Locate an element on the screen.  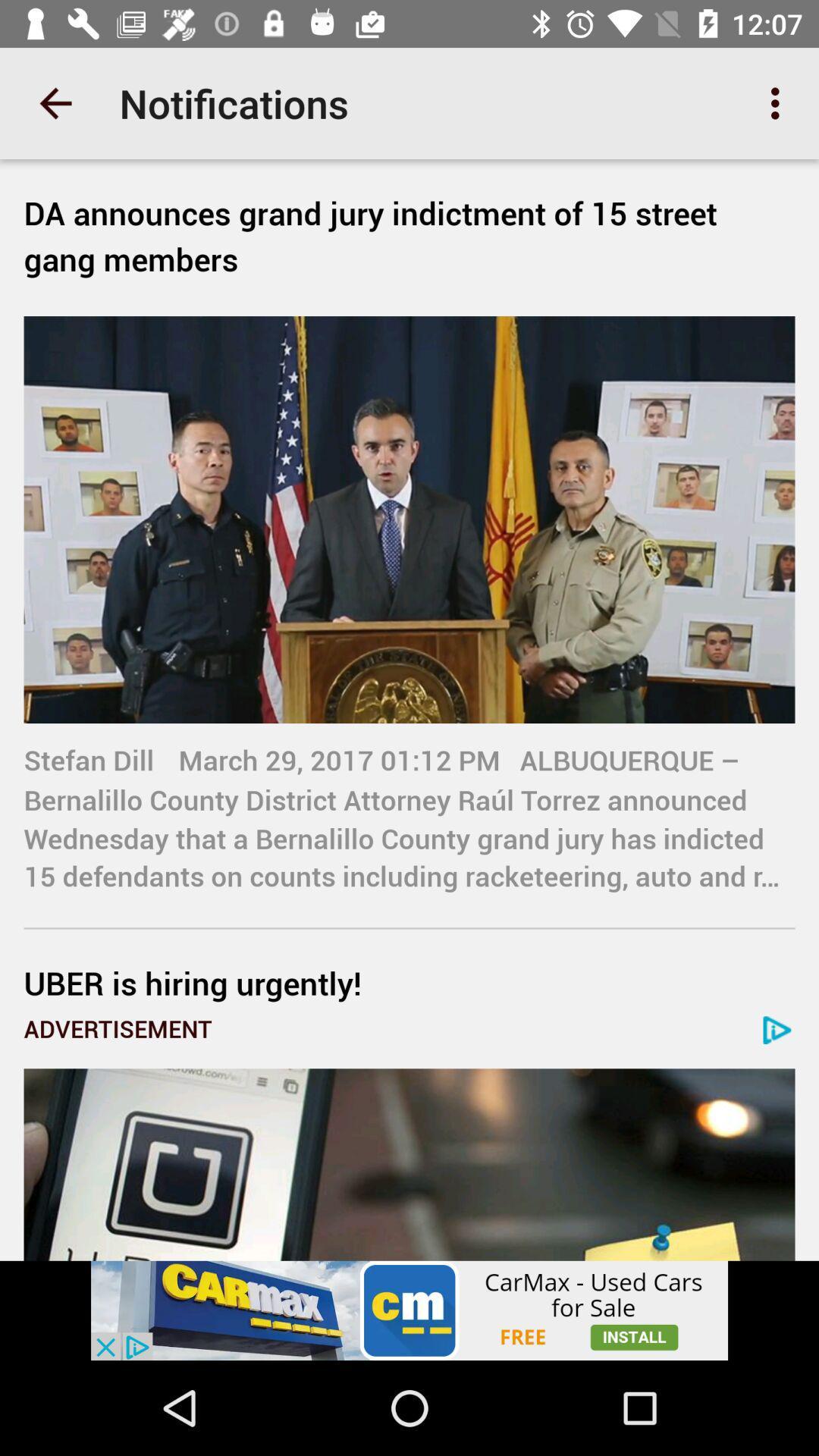
the item above advertisement is located at coordinates (409, 983).